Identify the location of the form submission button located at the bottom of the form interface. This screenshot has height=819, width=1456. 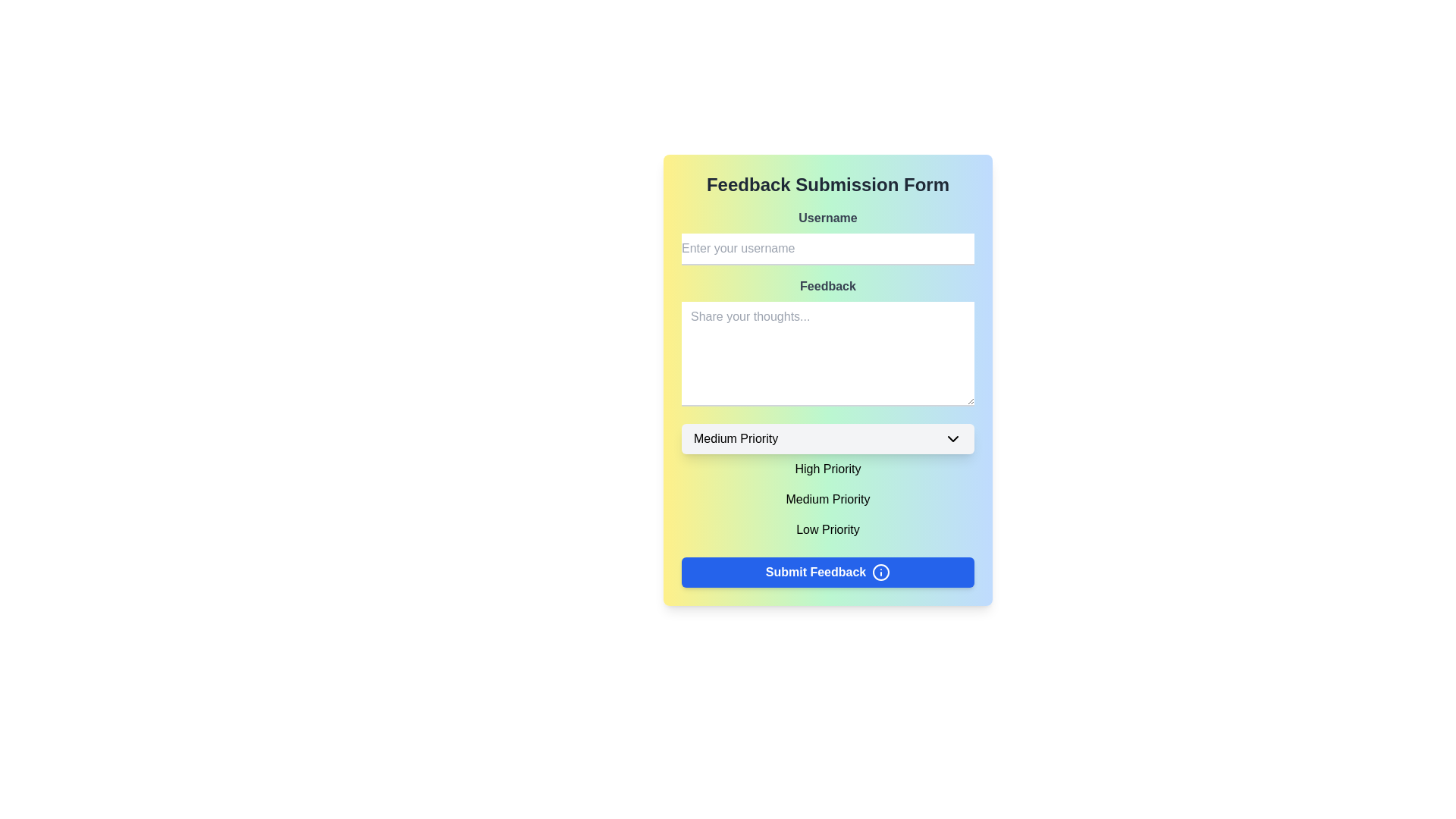
(827, 573).